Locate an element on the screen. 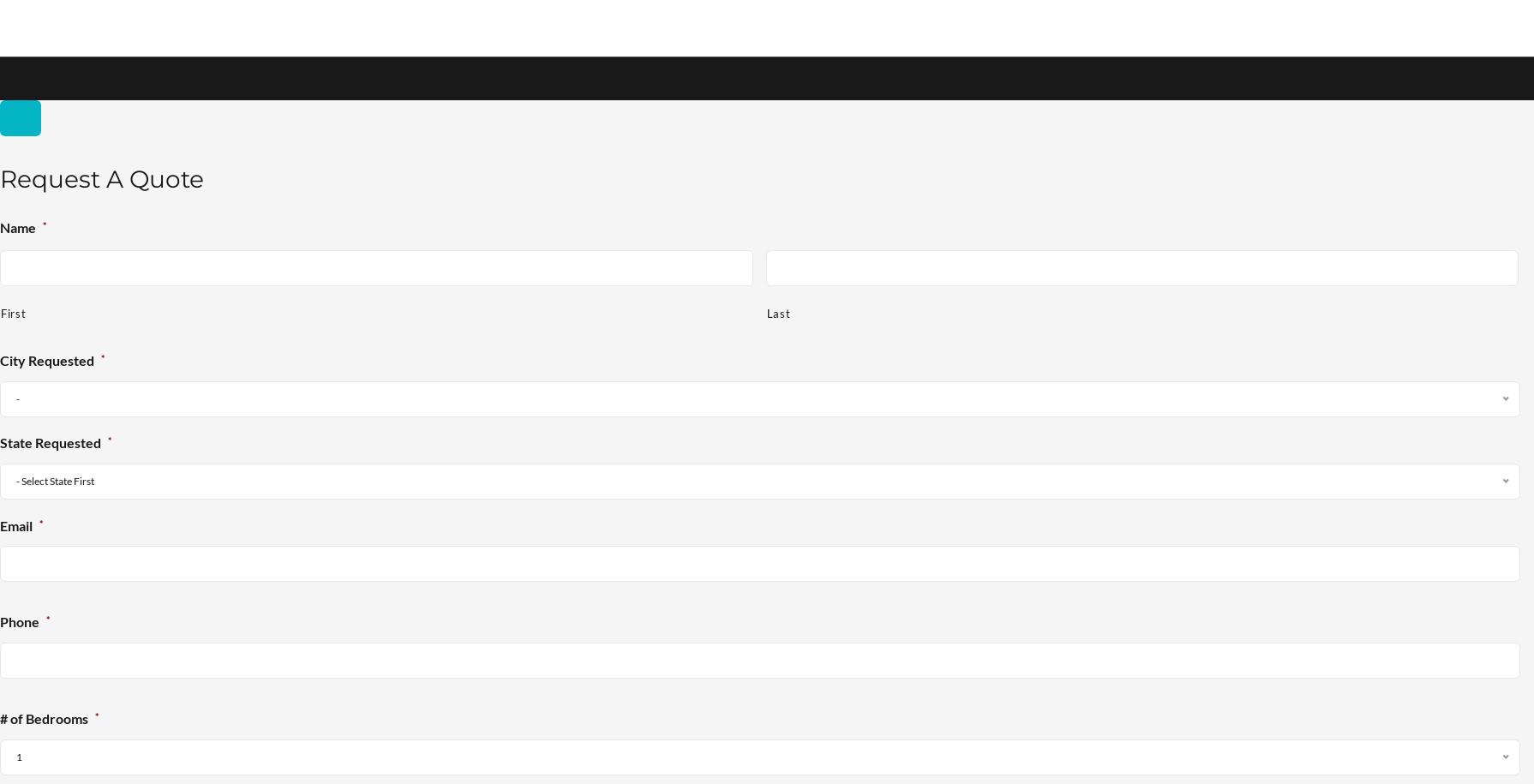 This screenshot has height=784, width=1534. 'Phone' is located at coordinates (19, 622).